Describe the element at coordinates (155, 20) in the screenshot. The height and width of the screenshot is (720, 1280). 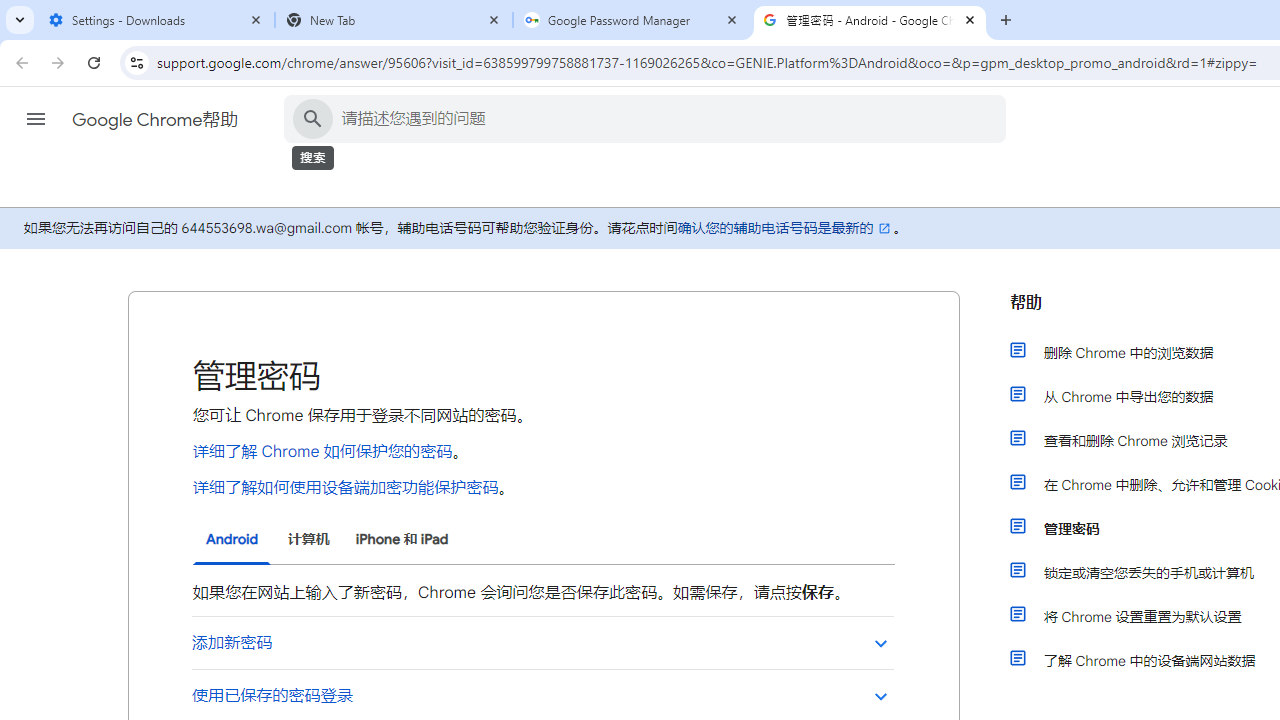
I see `'Settings - Downloads'` at that location.